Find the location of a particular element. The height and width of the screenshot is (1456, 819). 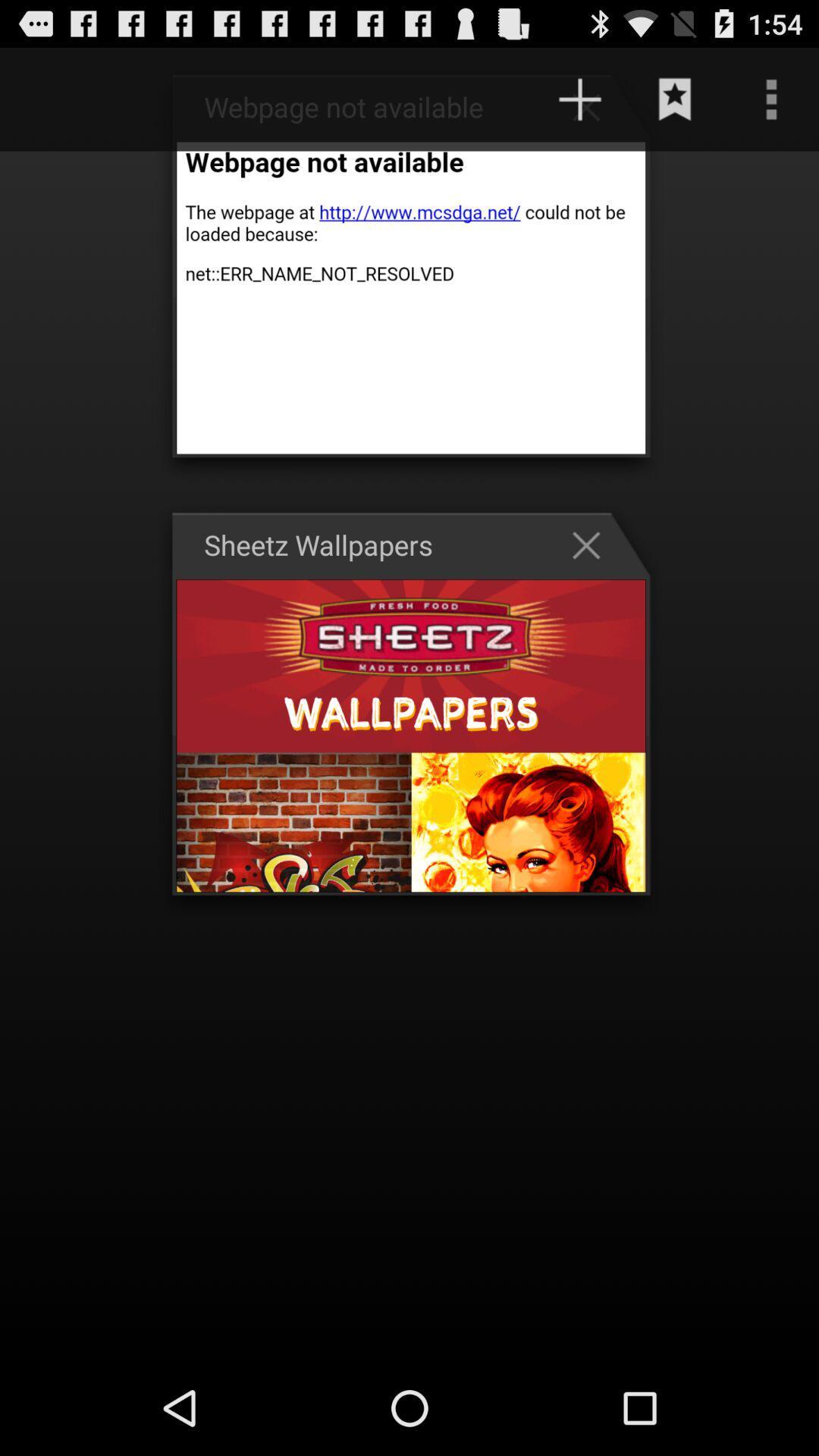

the close icon is located at coordinates (593, 582).